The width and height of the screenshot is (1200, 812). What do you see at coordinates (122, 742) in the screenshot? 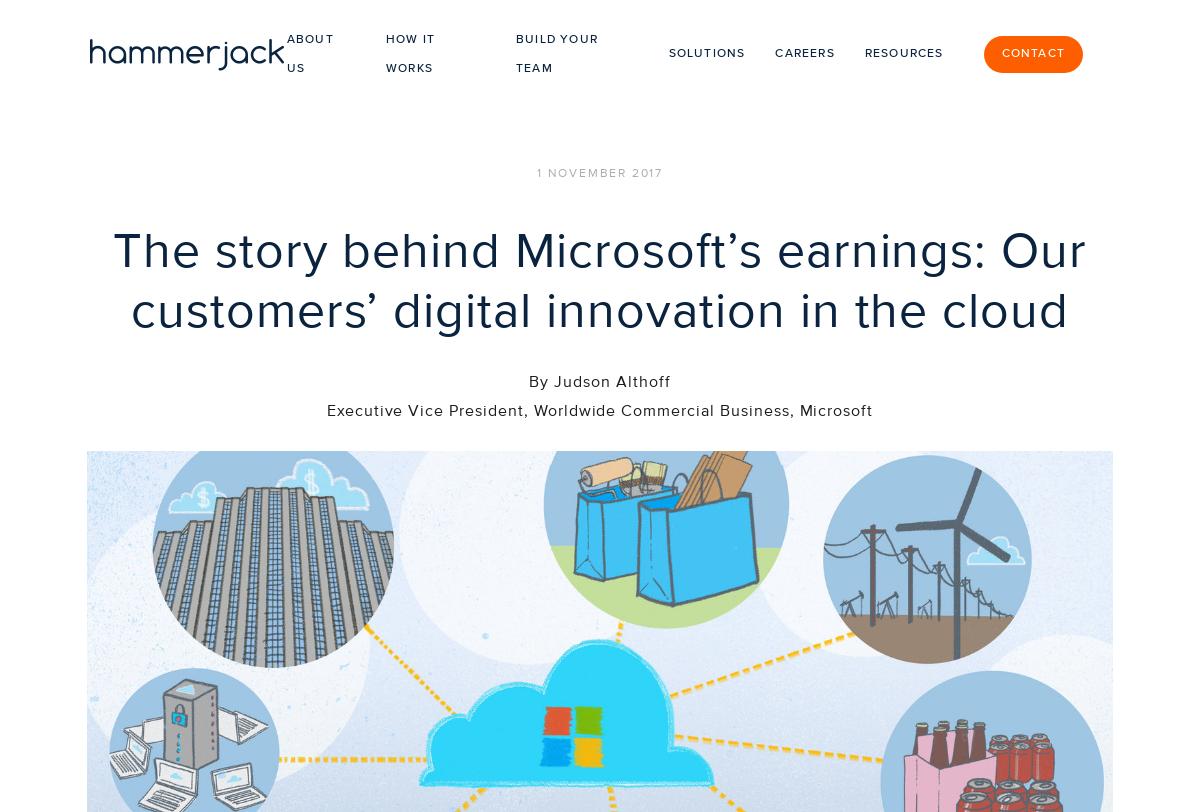
I see `'ABOUT US'` at bounding box center [122, 742].